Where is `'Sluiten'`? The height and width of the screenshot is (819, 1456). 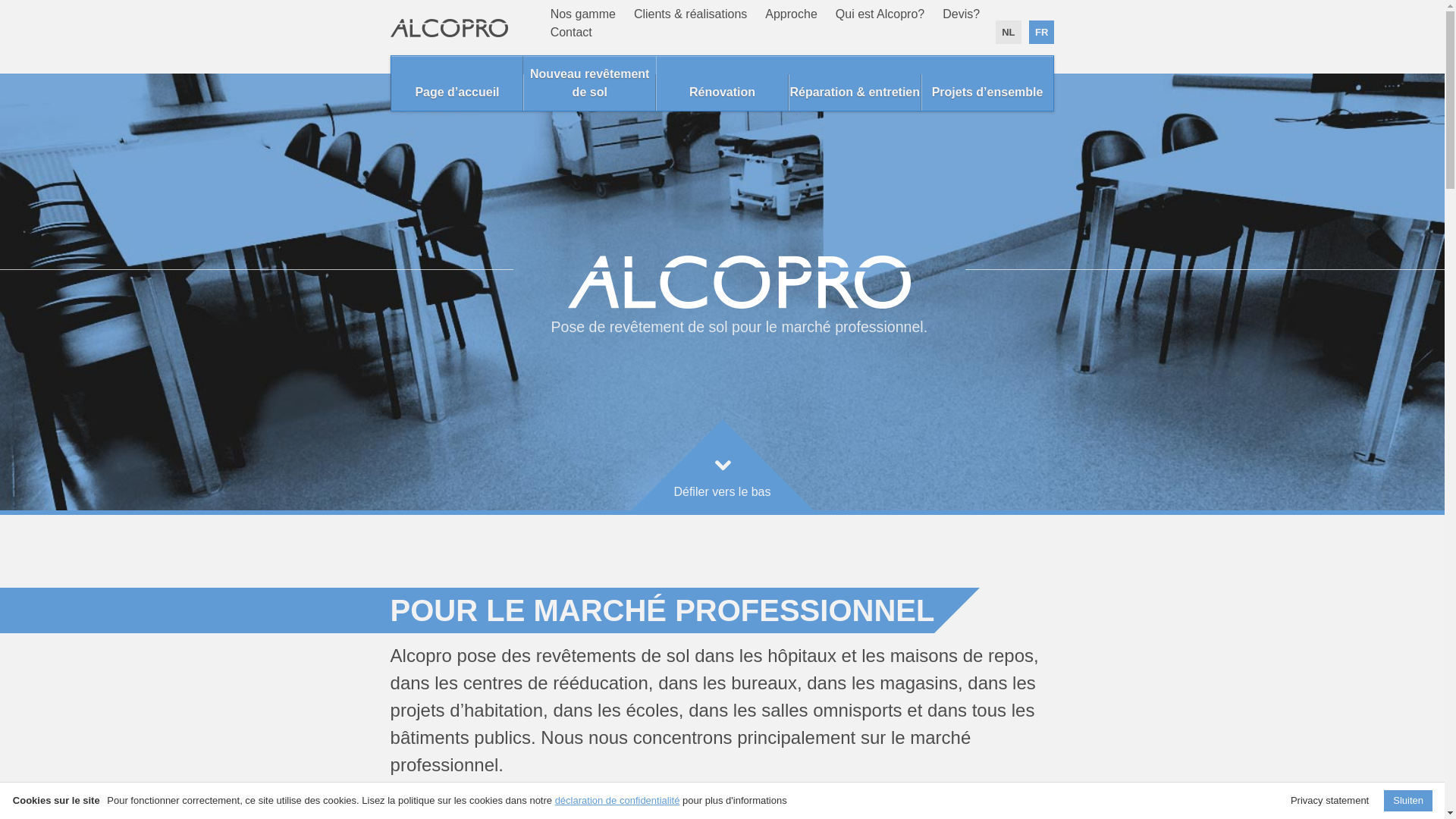
'Sluiten' is located at coordinates (1407, 800).